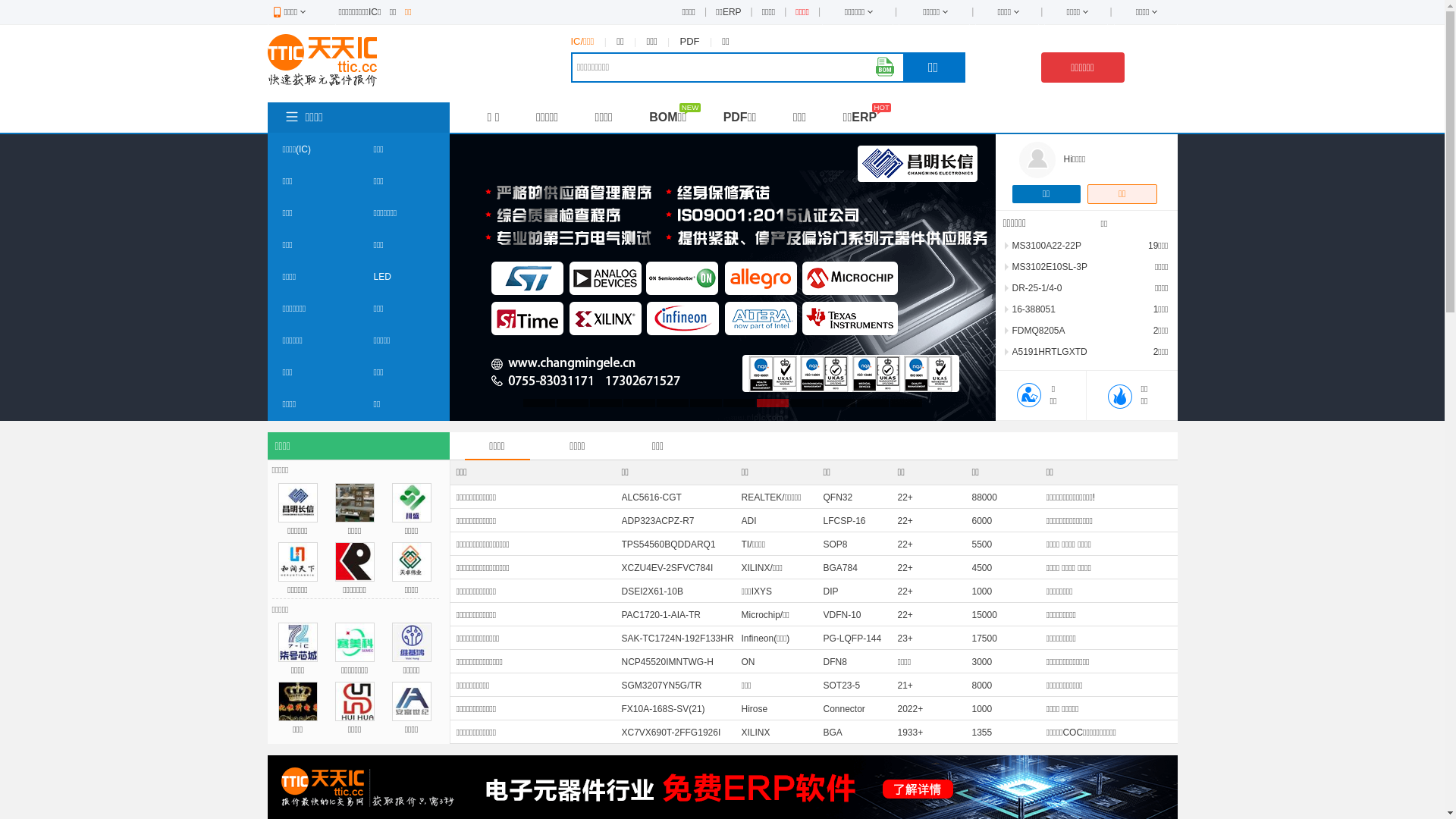  Describe the element at coordinates (1045, 245) in the screenshot. I see `'MS3100A22-22P'` at that location.